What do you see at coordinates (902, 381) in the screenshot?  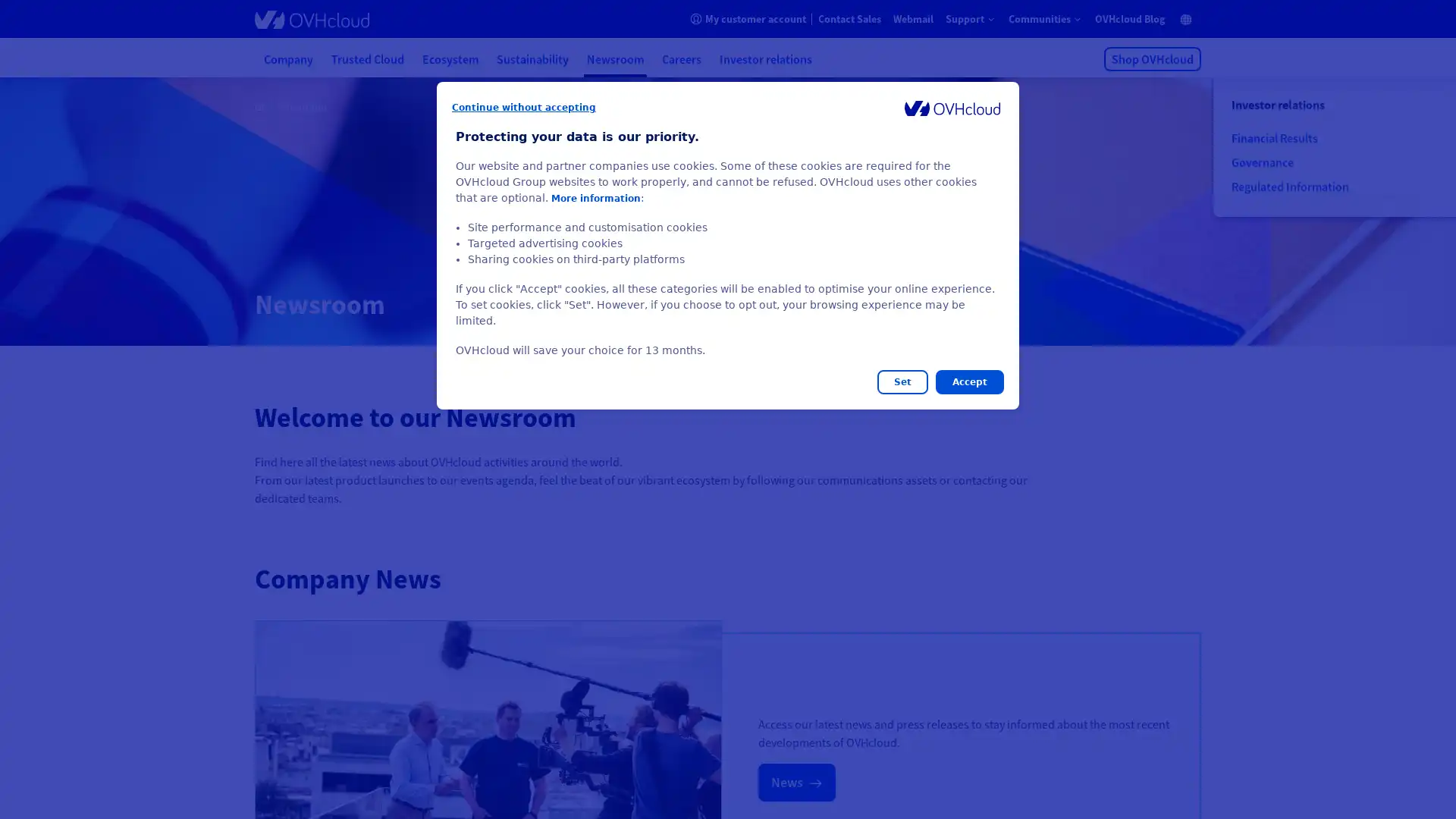 I see `Set` at bounding box center [902, 381].